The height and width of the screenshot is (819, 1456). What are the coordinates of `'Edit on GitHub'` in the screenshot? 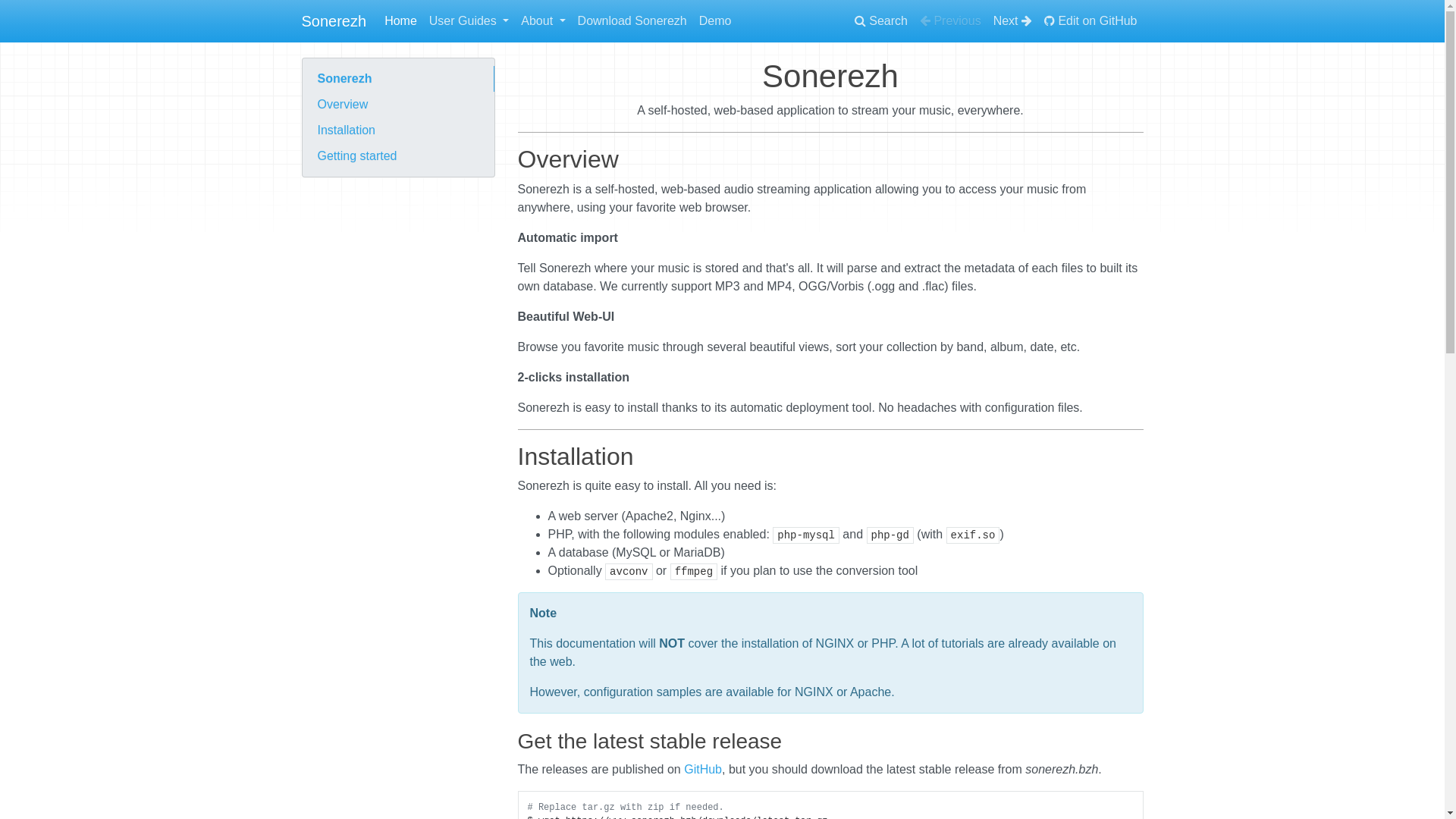 It's located at (1090, 20).